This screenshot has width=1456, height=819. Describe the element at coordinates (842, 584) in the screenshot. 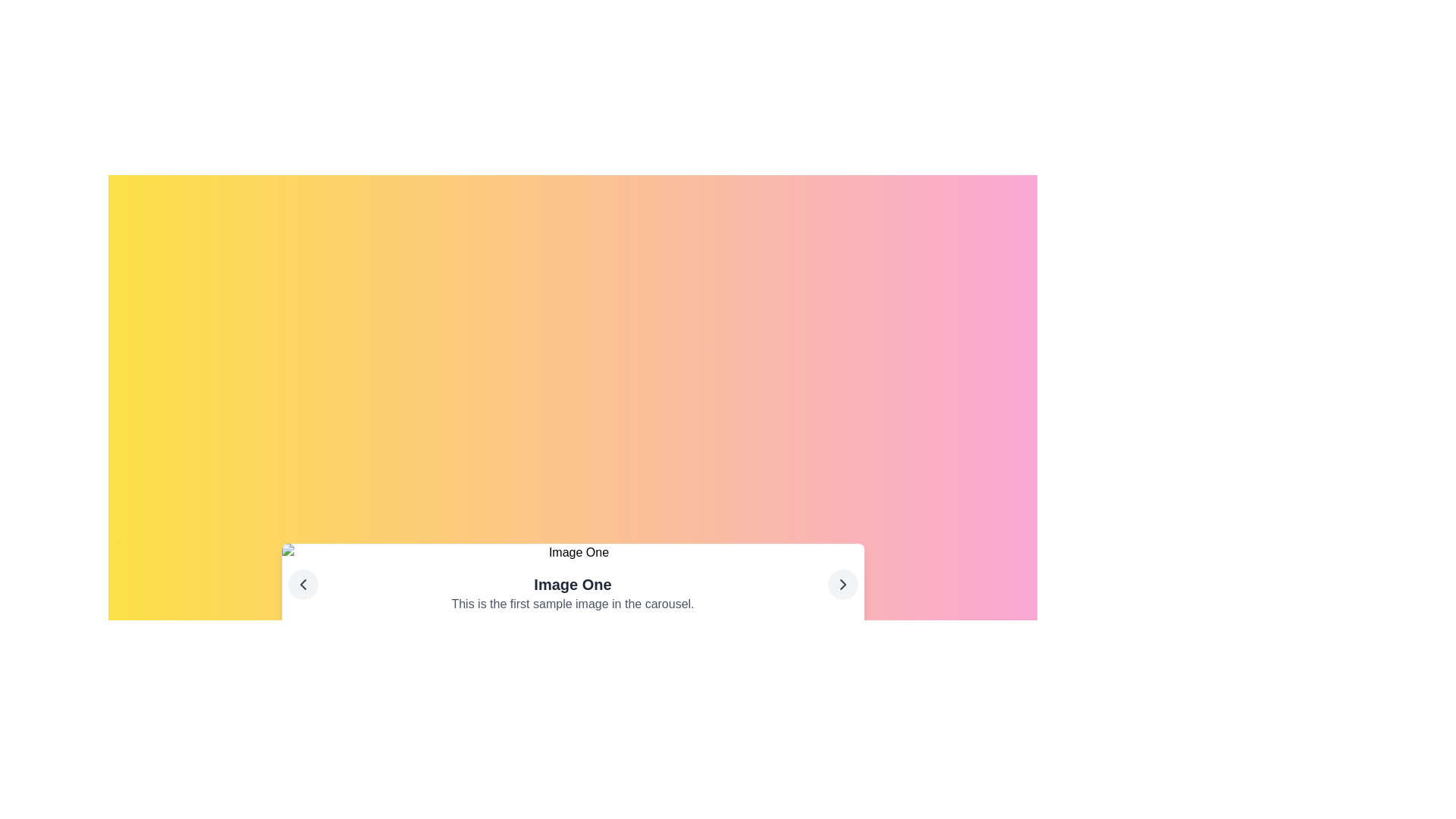

I see `the rightward-pointing chevron icon located in the navigation area on the right side of the carousel` at that location.